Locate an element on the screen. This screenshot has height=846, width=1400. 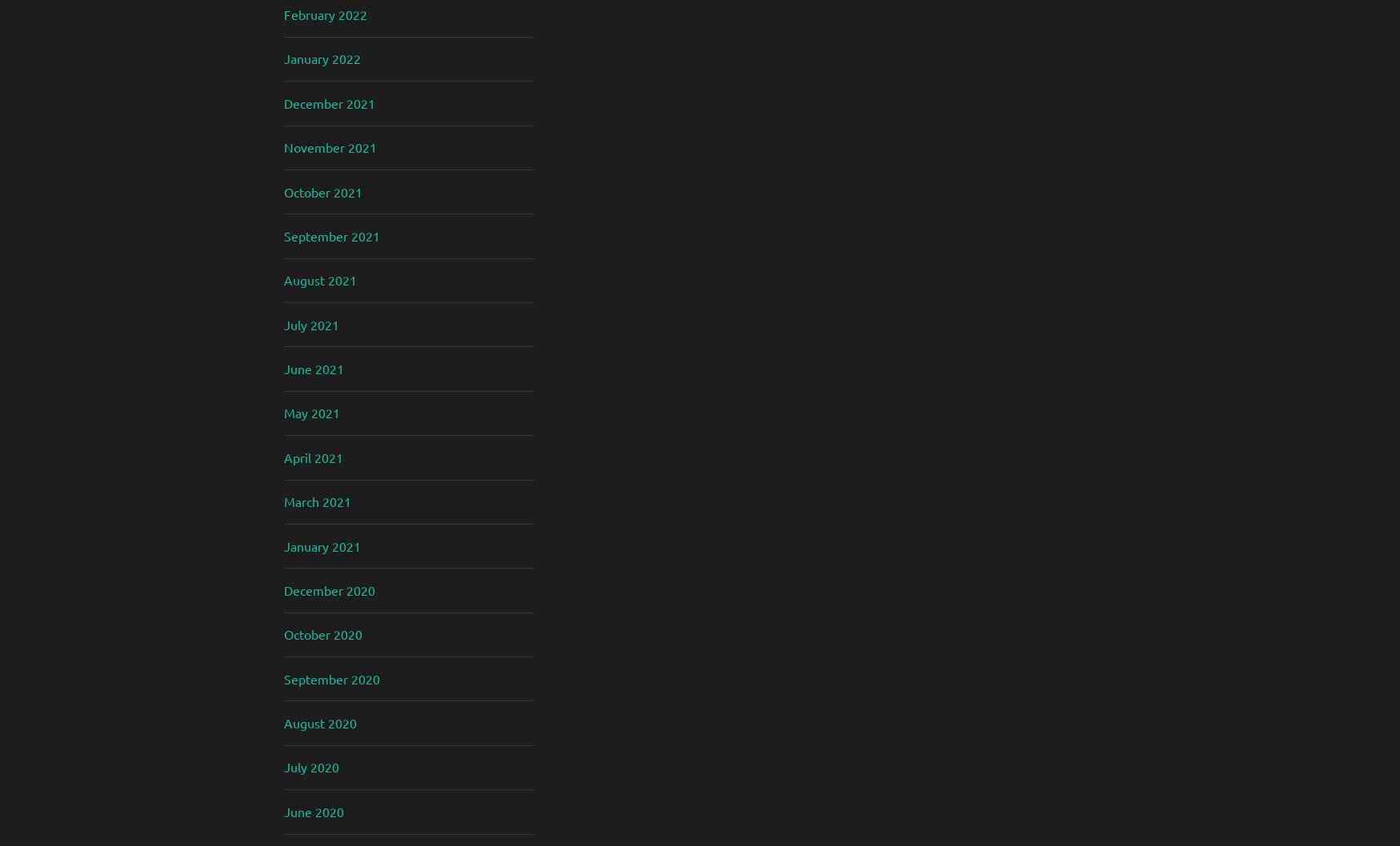
'August 2020' is located at coordinates (319, 722).